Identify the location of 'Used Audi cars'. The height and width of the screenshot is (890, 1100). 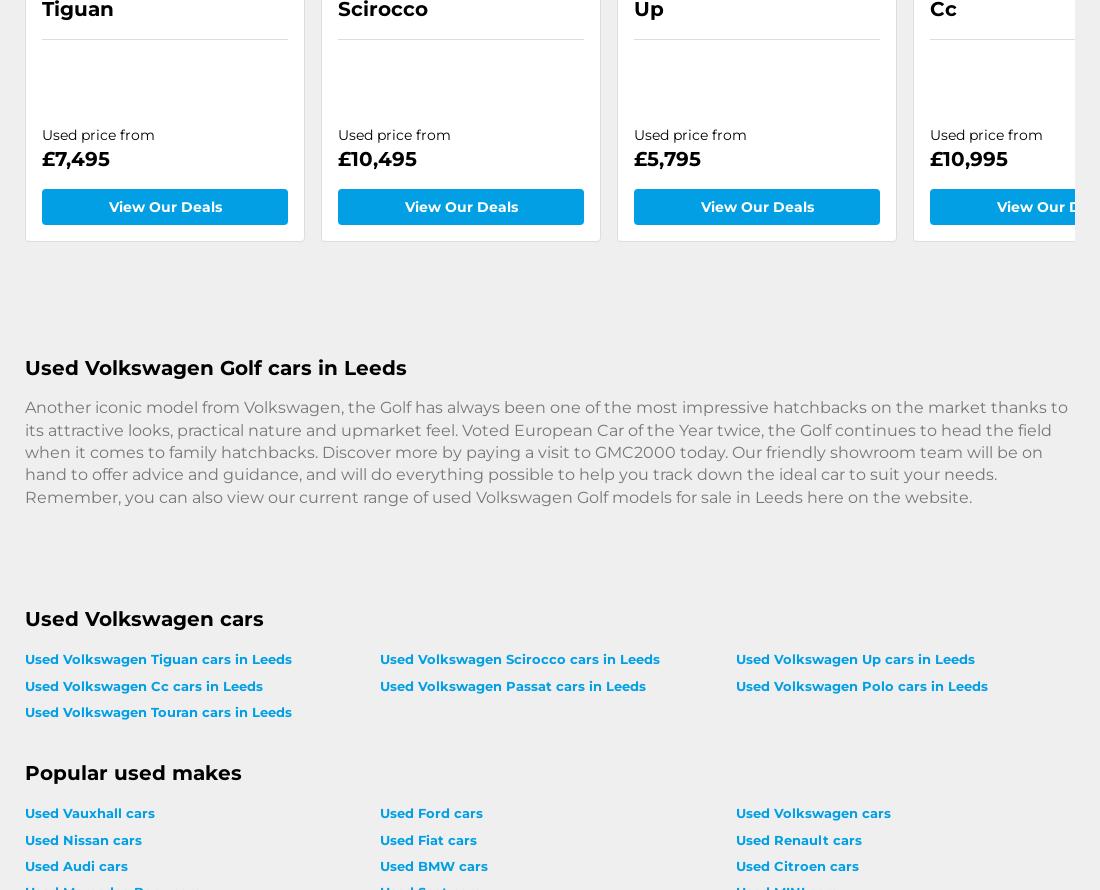
(23, 864).